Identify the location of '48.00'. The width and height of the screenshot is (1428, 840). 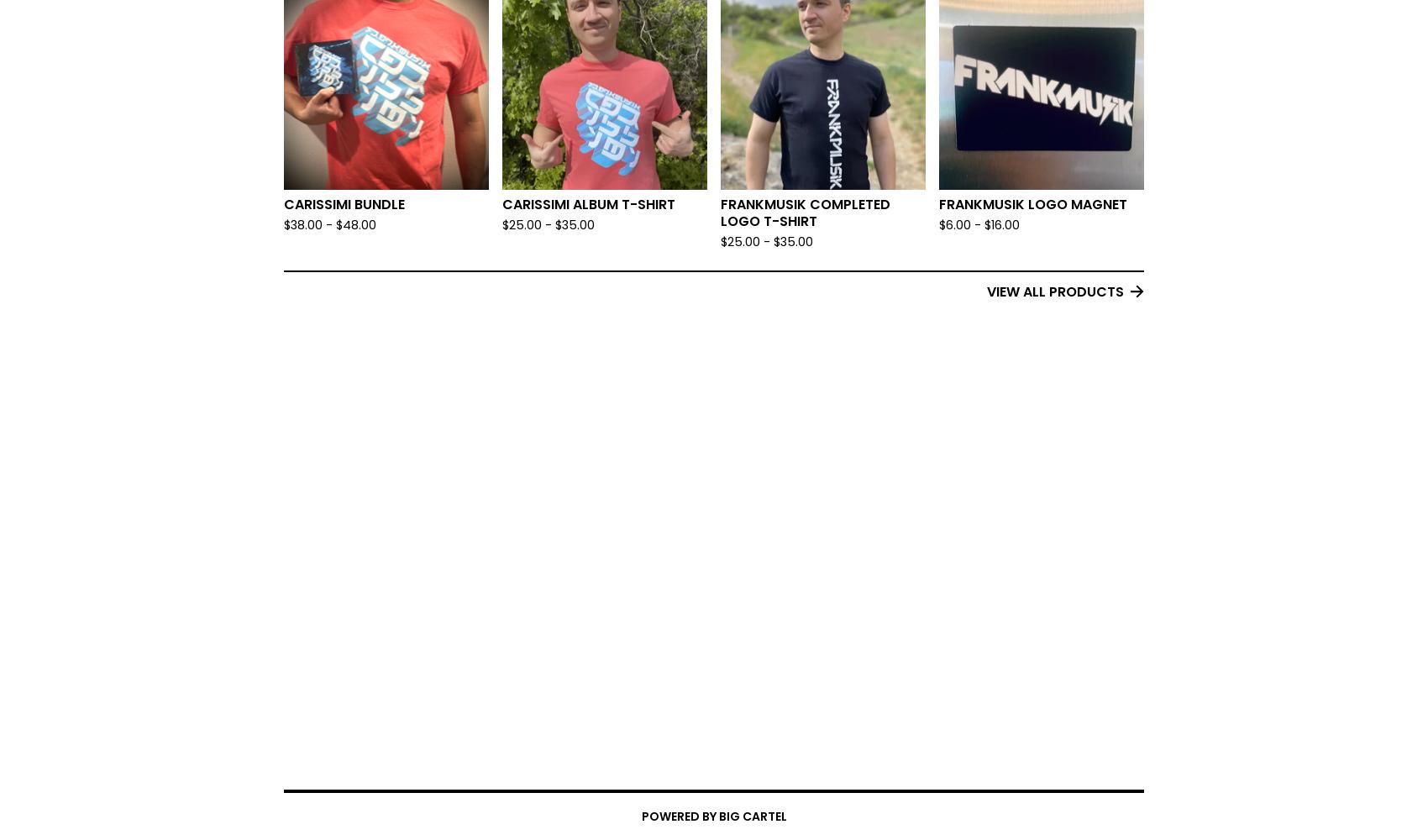
(360, 225).